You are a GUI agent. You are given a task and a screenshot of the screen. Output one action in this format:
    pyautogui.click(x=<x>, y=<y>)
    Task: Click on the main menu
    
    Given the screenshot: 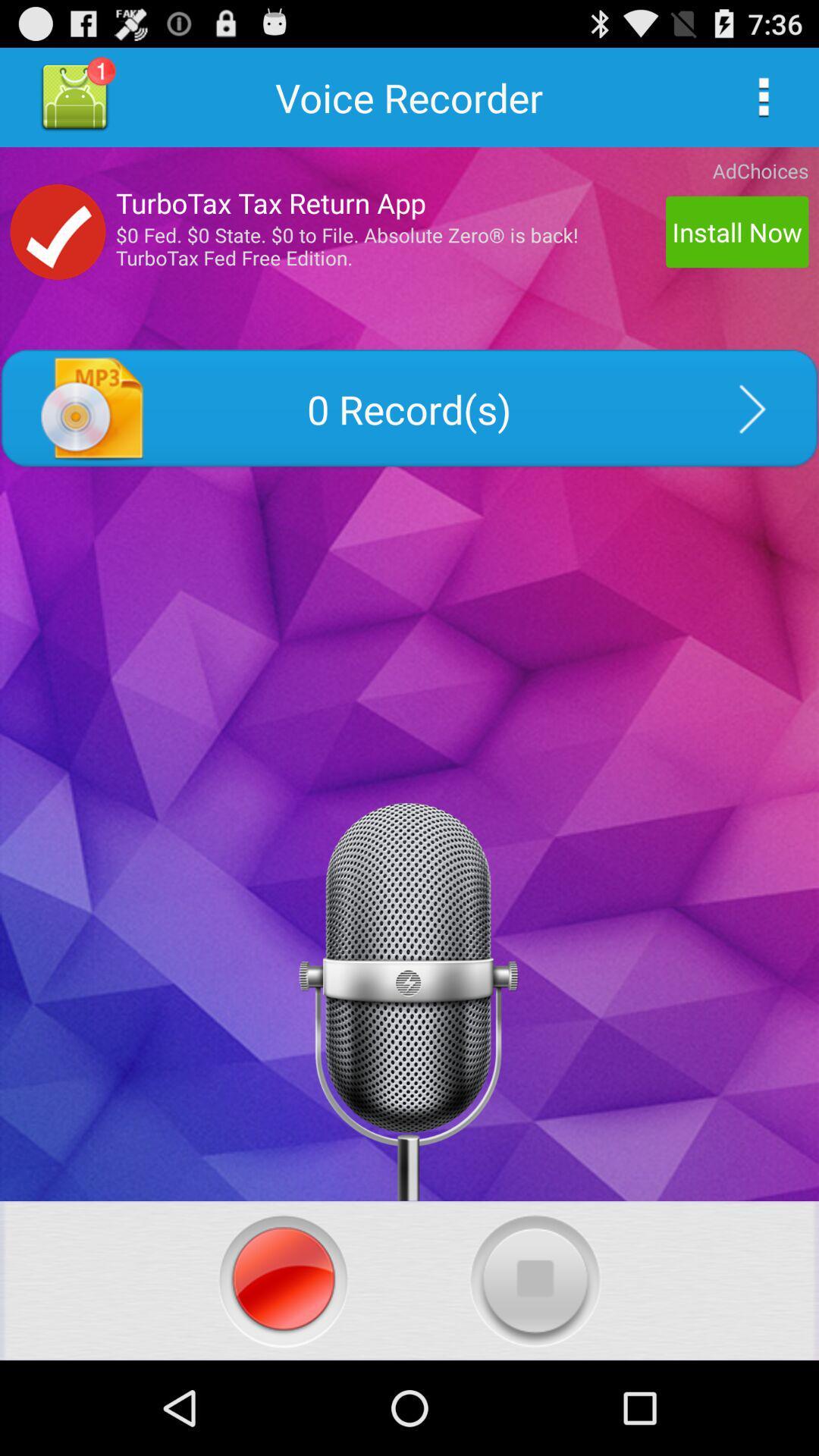 What is the action you would take?
    pyautogui.click(x=763, y=96)
    